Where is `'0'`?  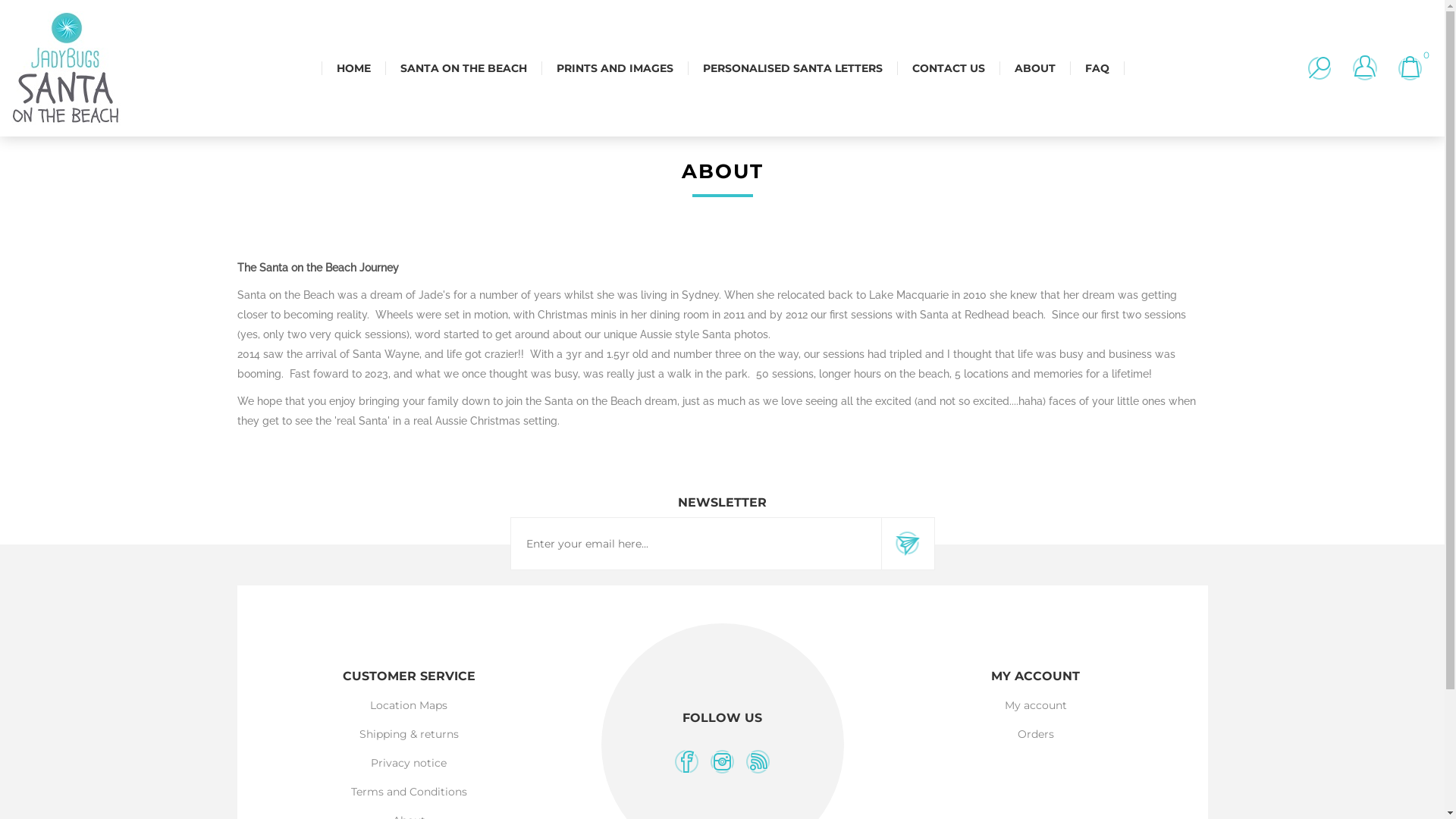 '0' is located at coordinates (1391, 67).